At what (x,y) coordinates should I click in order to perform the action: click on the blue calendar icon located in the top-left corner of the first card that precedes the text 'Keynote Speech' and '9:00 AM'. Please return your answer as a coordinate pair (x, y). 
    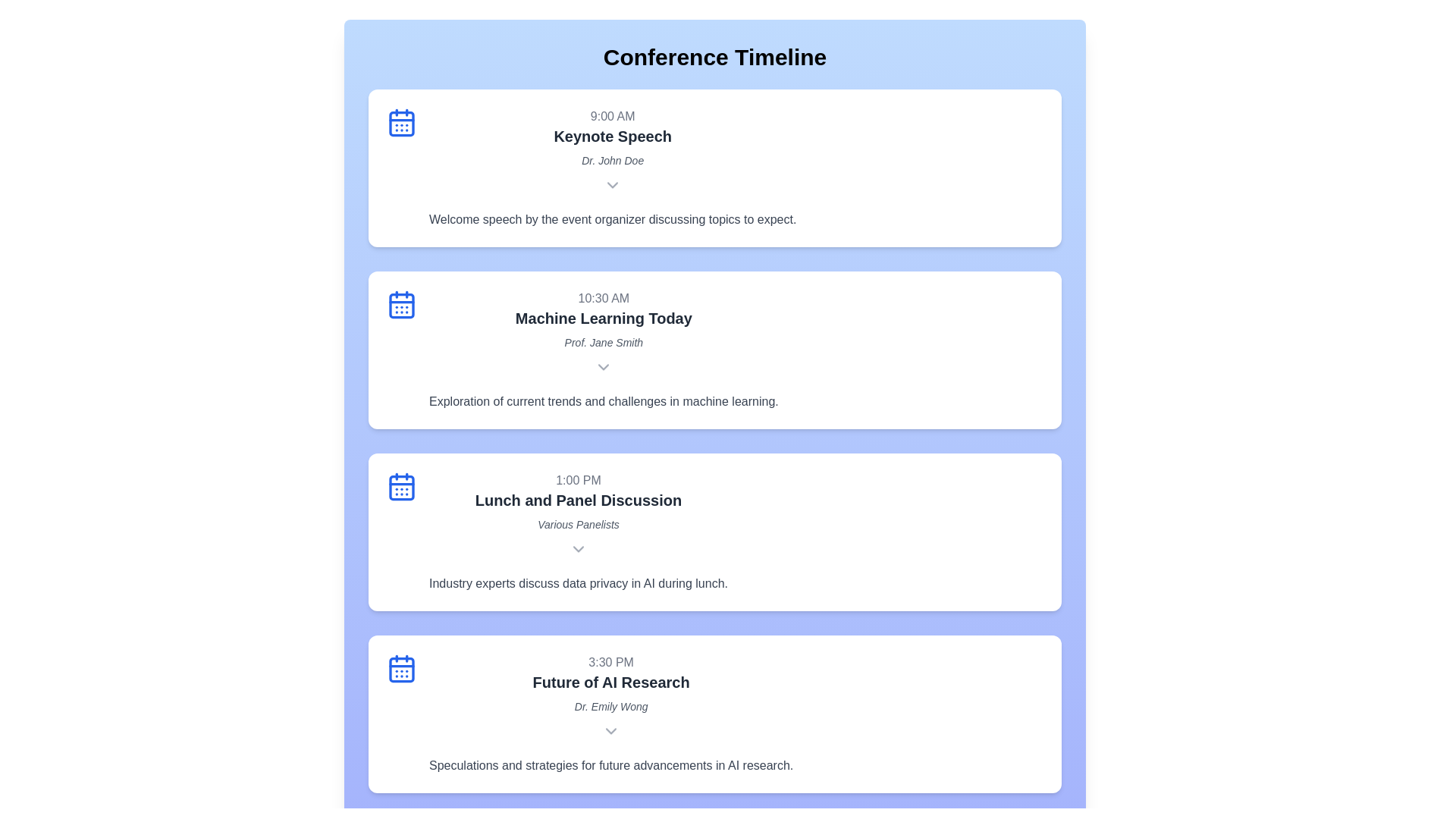
    Looking at the image, I should click on (401, 122).